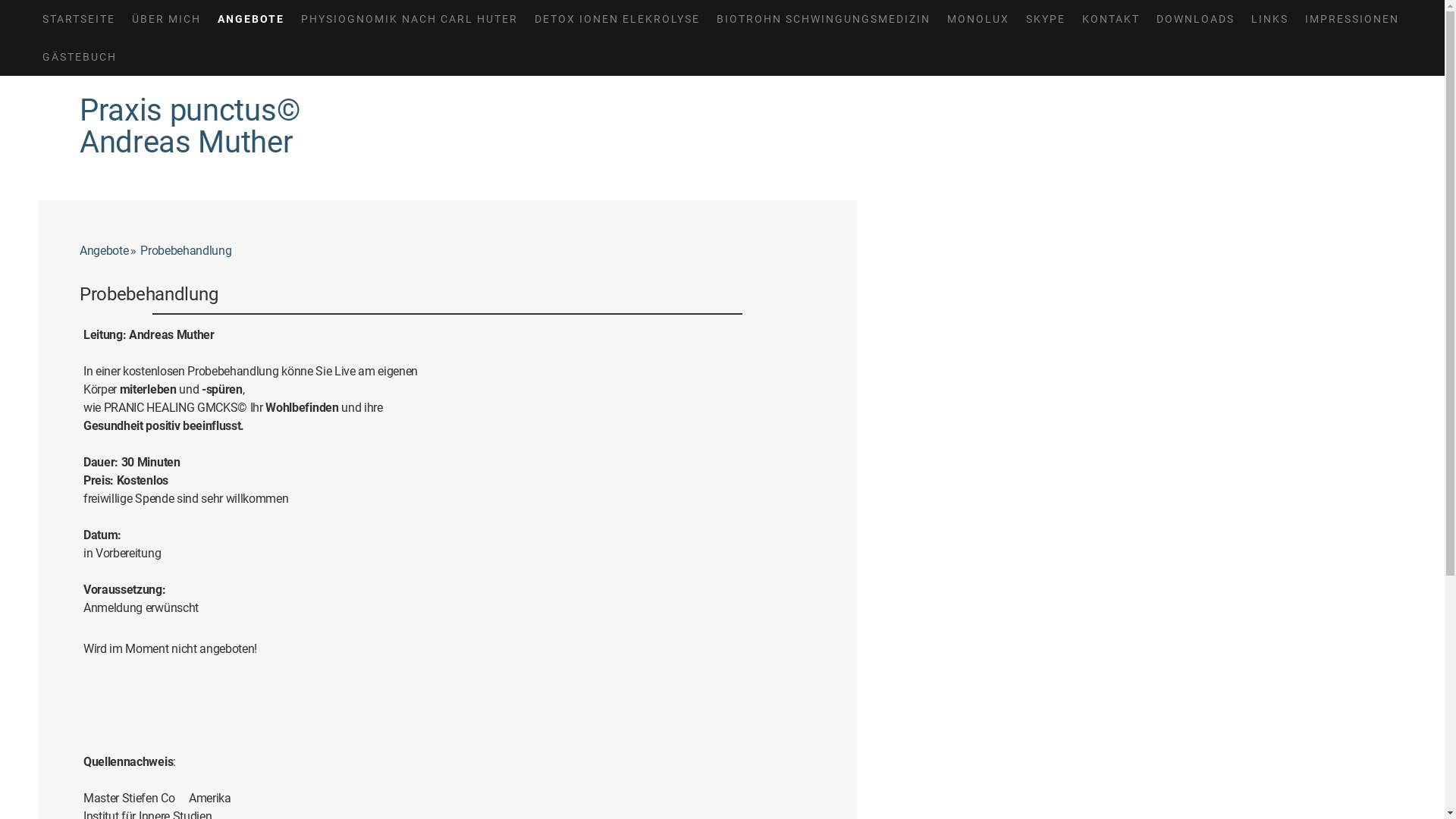  Describe the element at coordinates (1269, 18) in the screenshot. I see `'LINKS'` at that location.